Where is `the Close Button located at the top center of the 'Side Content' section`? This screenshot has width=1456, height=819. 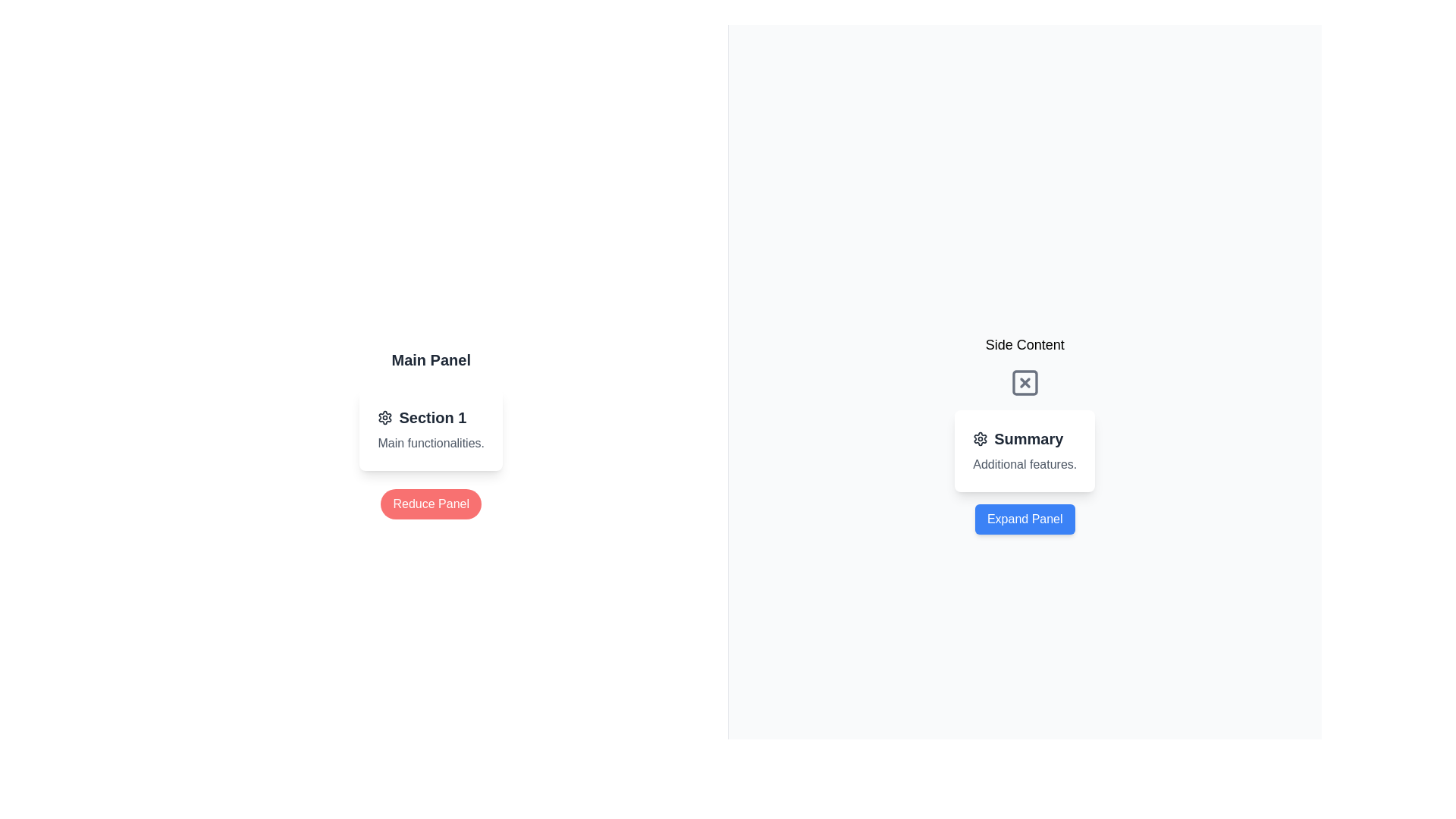 the Close Button located at the top center of the 'Side Content' section is located at coordinates (1025, 382).